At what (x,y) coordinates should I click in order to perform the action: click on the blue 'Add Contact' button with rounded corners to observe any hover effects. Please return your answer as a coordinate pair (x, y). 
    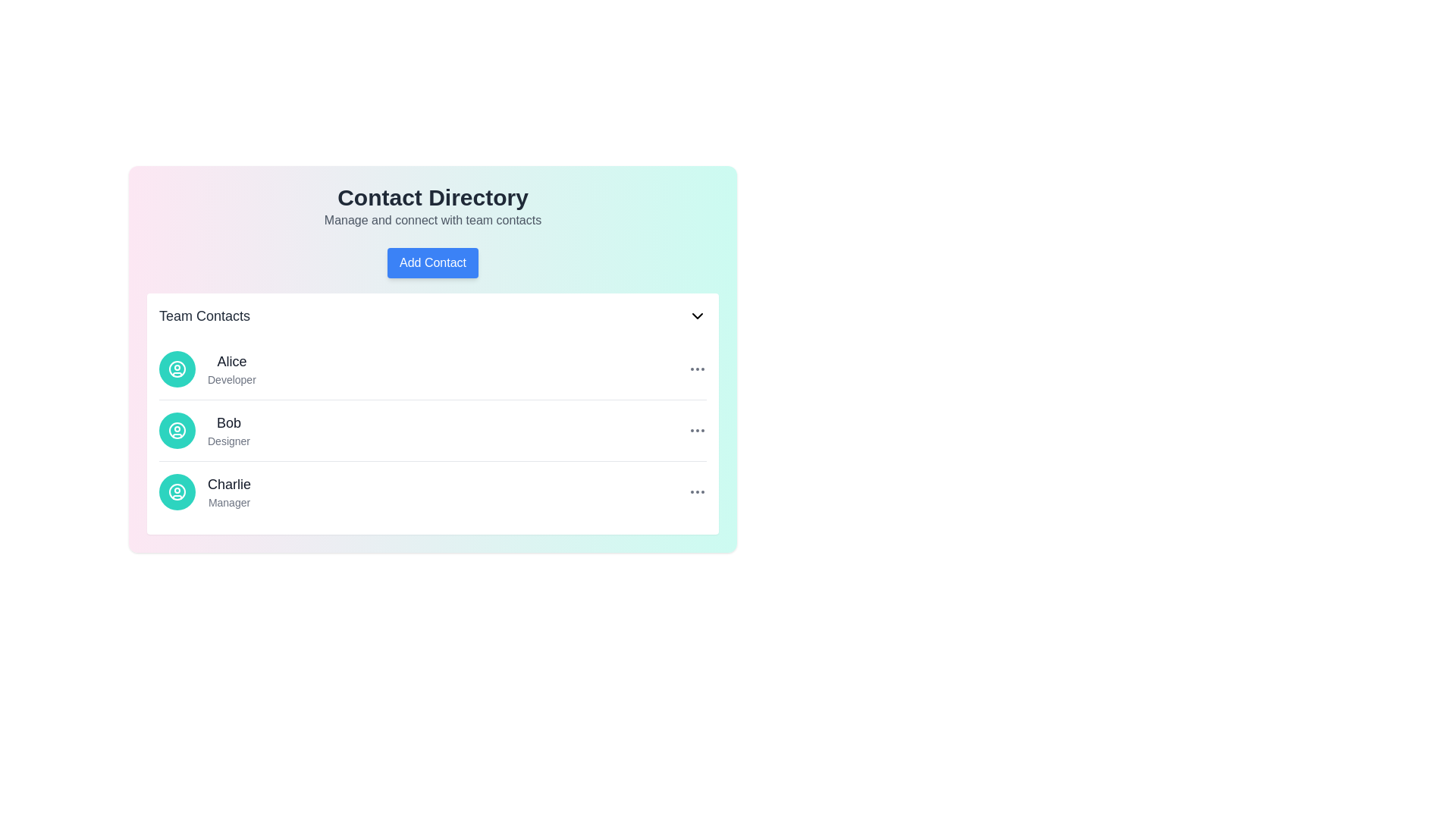
    Looking at the image, I should click on (432, 262).